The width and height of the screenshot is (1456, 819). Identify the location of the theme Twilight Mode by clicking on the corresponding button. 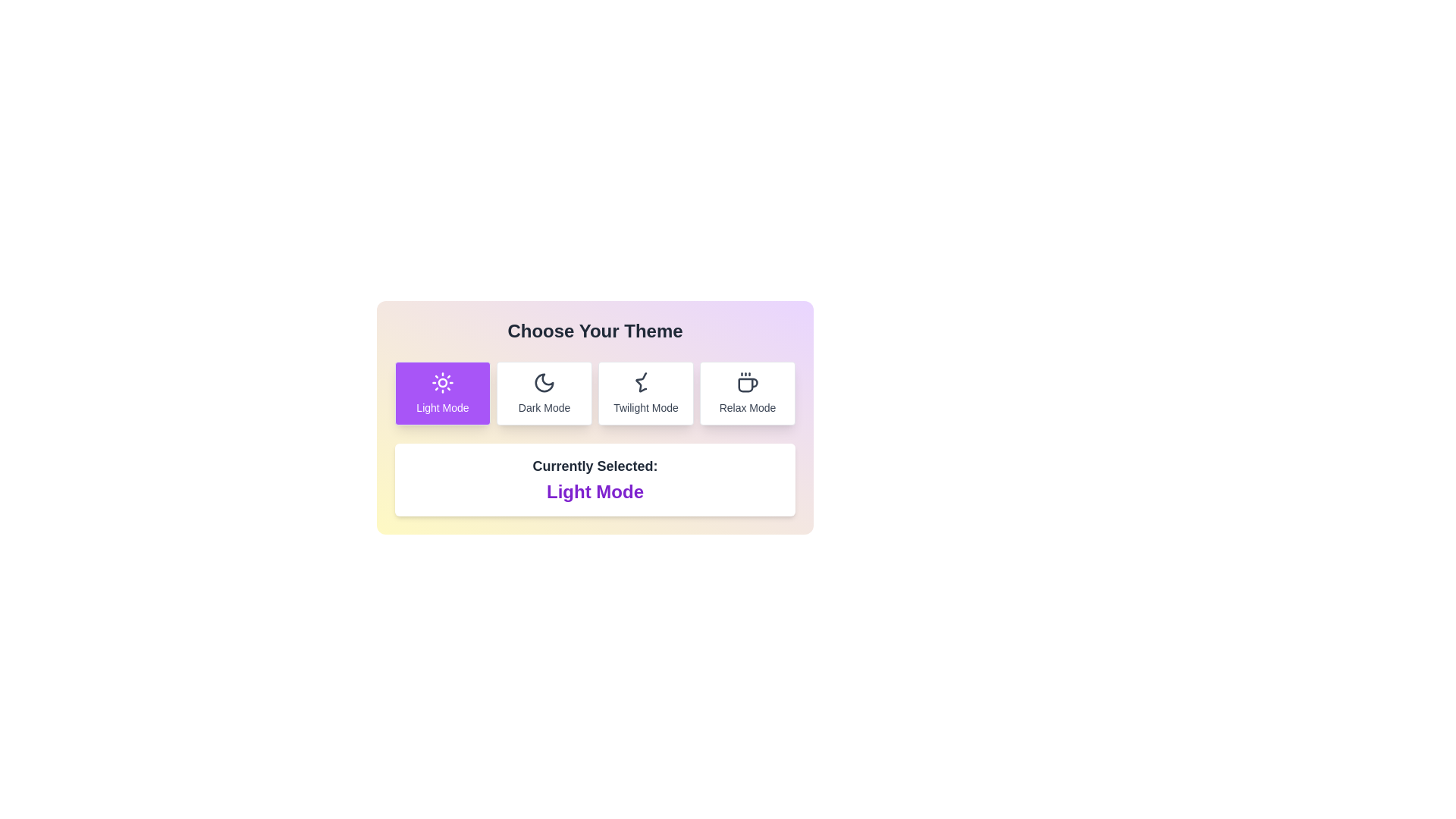
(645, 393).